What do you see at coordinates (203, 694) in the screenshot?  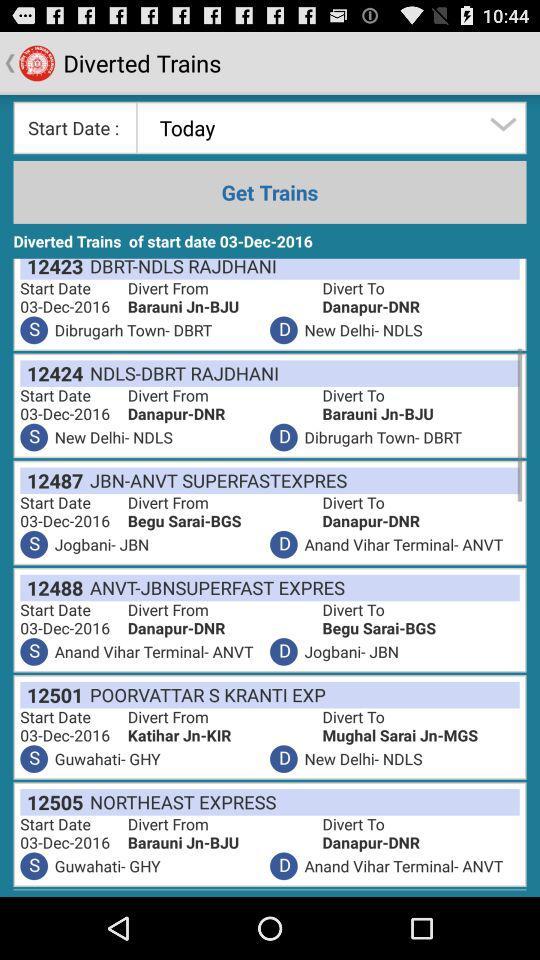 I see `the poorvattar s kranti app` at bounding box center [203, 694].